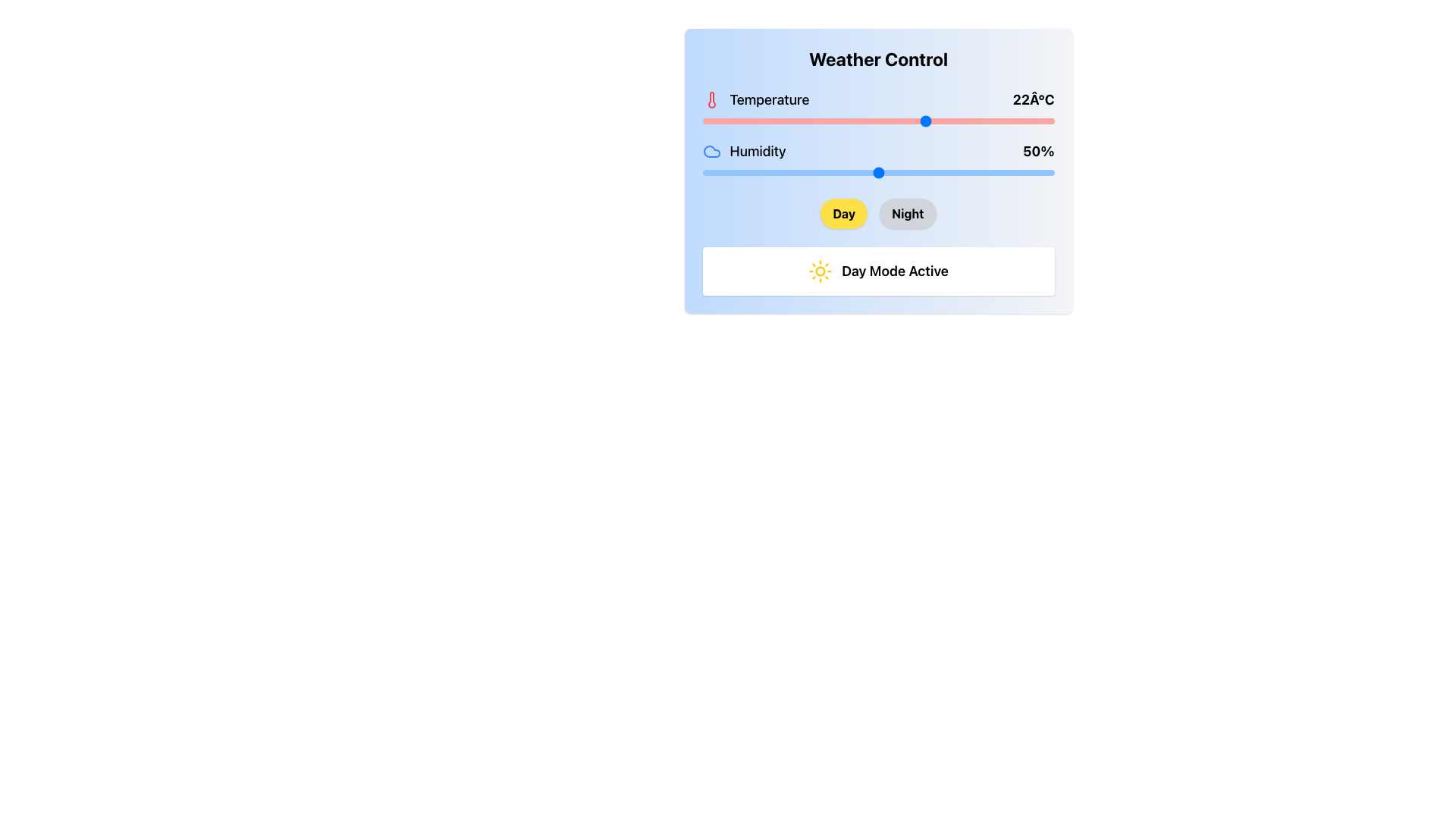  Describe the element at coordinates (934, 171) in the screenshot. I see `the humidity level` at that location.